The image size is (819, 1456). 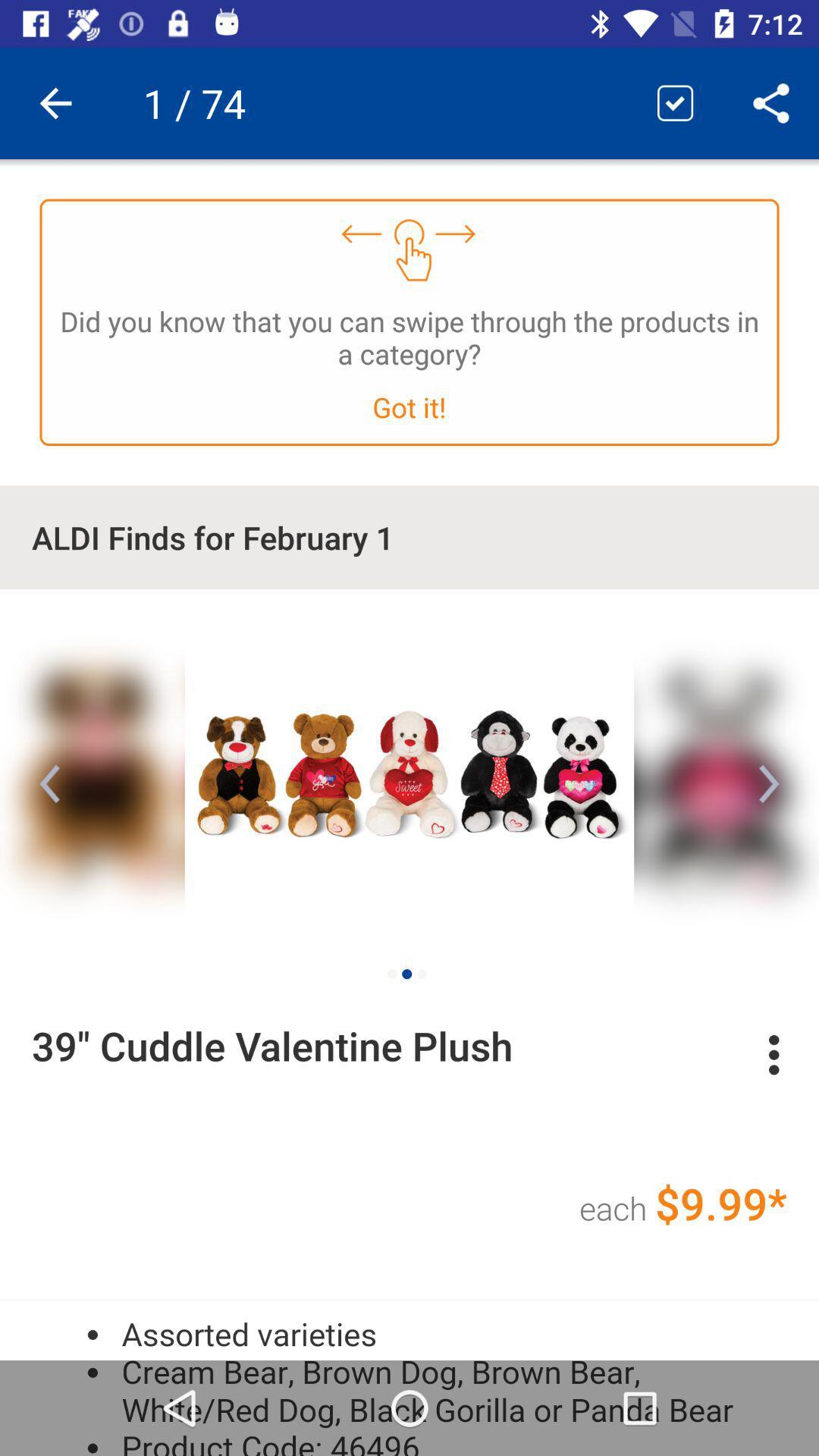 I want to click on native carousel image, so click(x=409, y=771).